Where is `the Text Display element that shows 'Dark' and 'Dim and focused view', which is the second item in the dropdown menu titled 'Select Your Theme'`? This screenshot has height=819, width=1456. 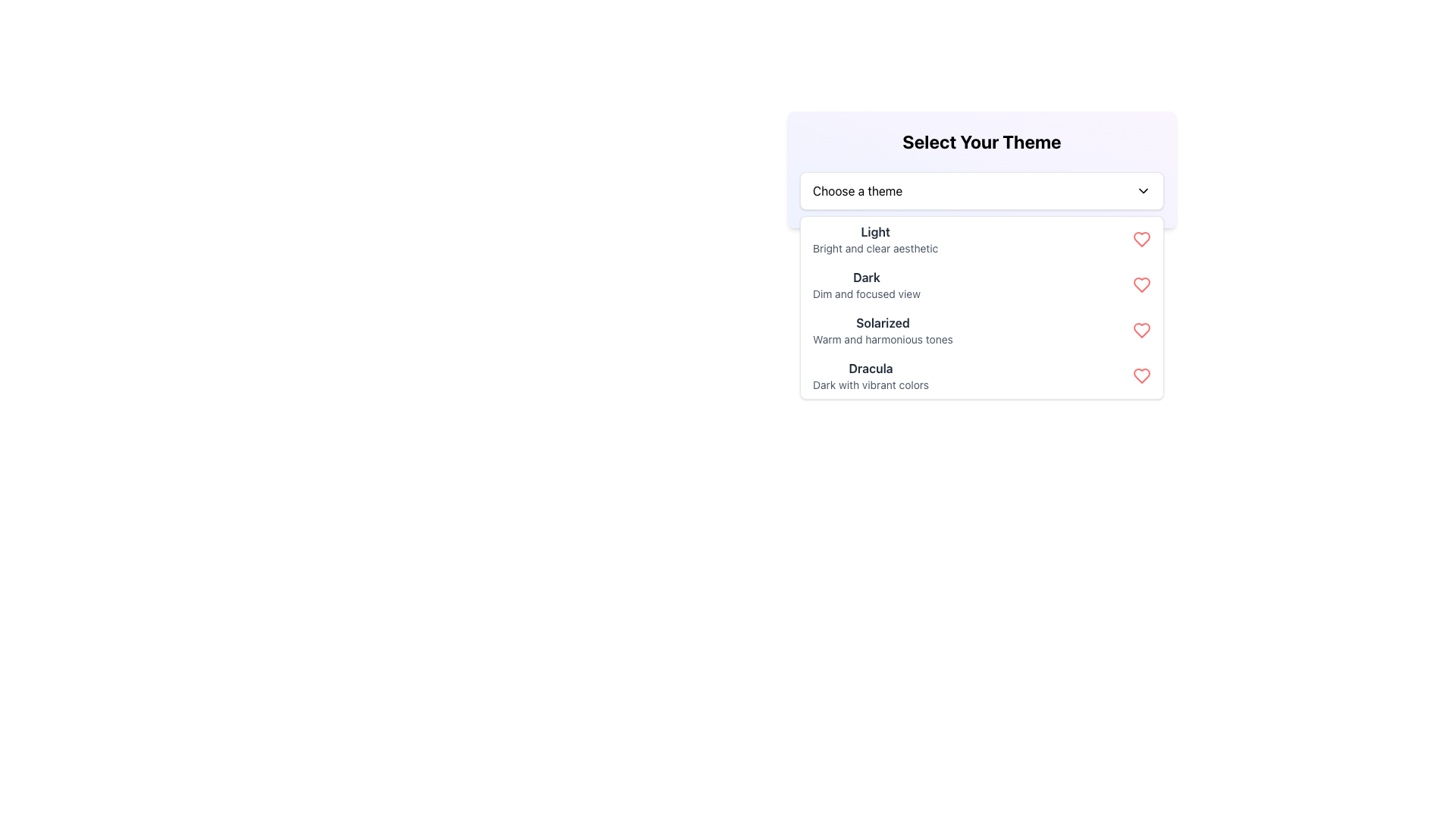 the Text Display element that shows 'Dark' and 'Dim and focused view', which is the second item in the dropdown menu titled 'Select Your Theme' is located at coordinates (866, 284).